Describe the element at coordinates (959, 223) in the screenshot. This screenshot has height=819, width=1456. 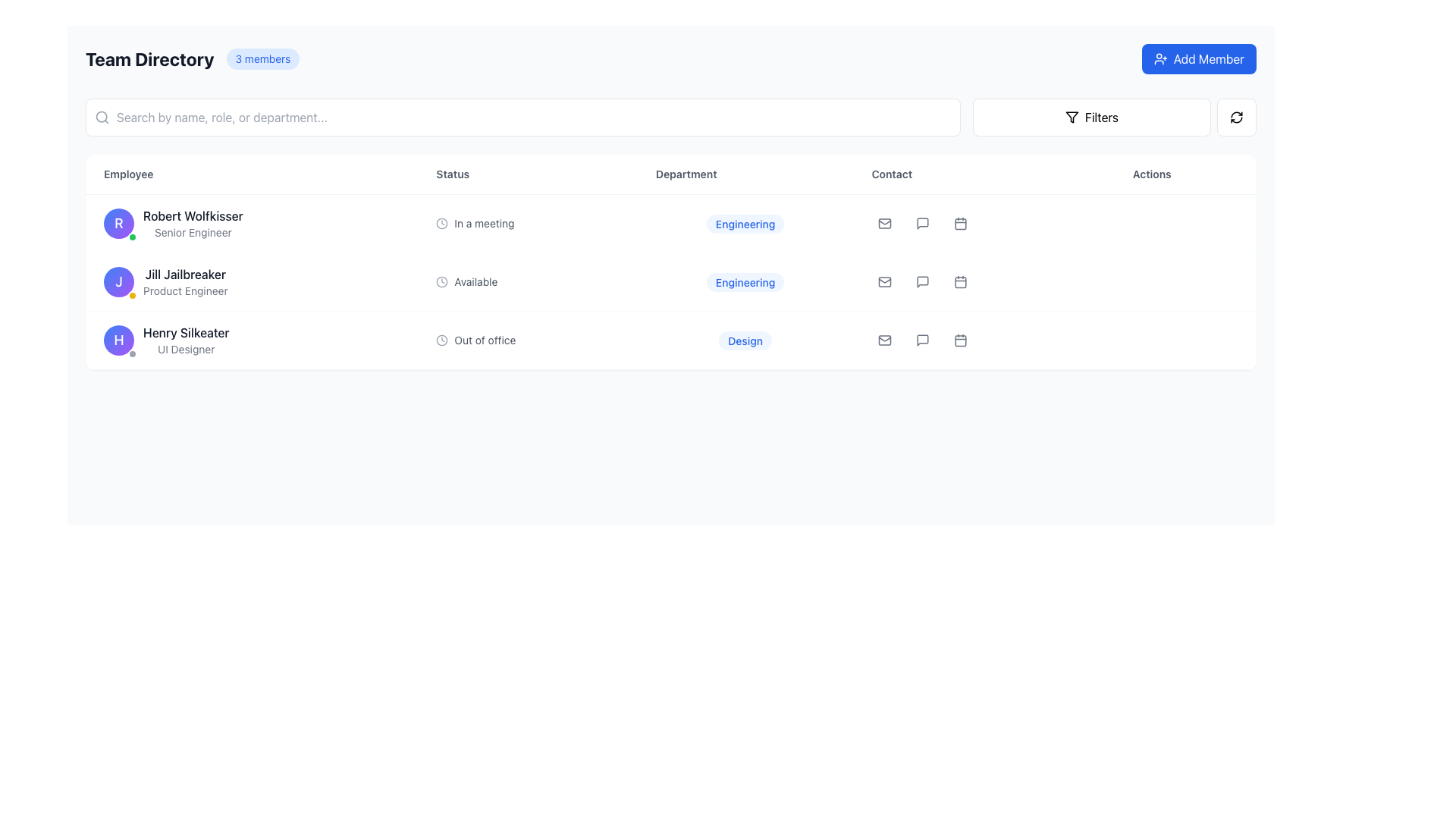
I see `the calendar icon in the 'Actions' column of the row for employee 'Jill Jailbreaker'` at that location.